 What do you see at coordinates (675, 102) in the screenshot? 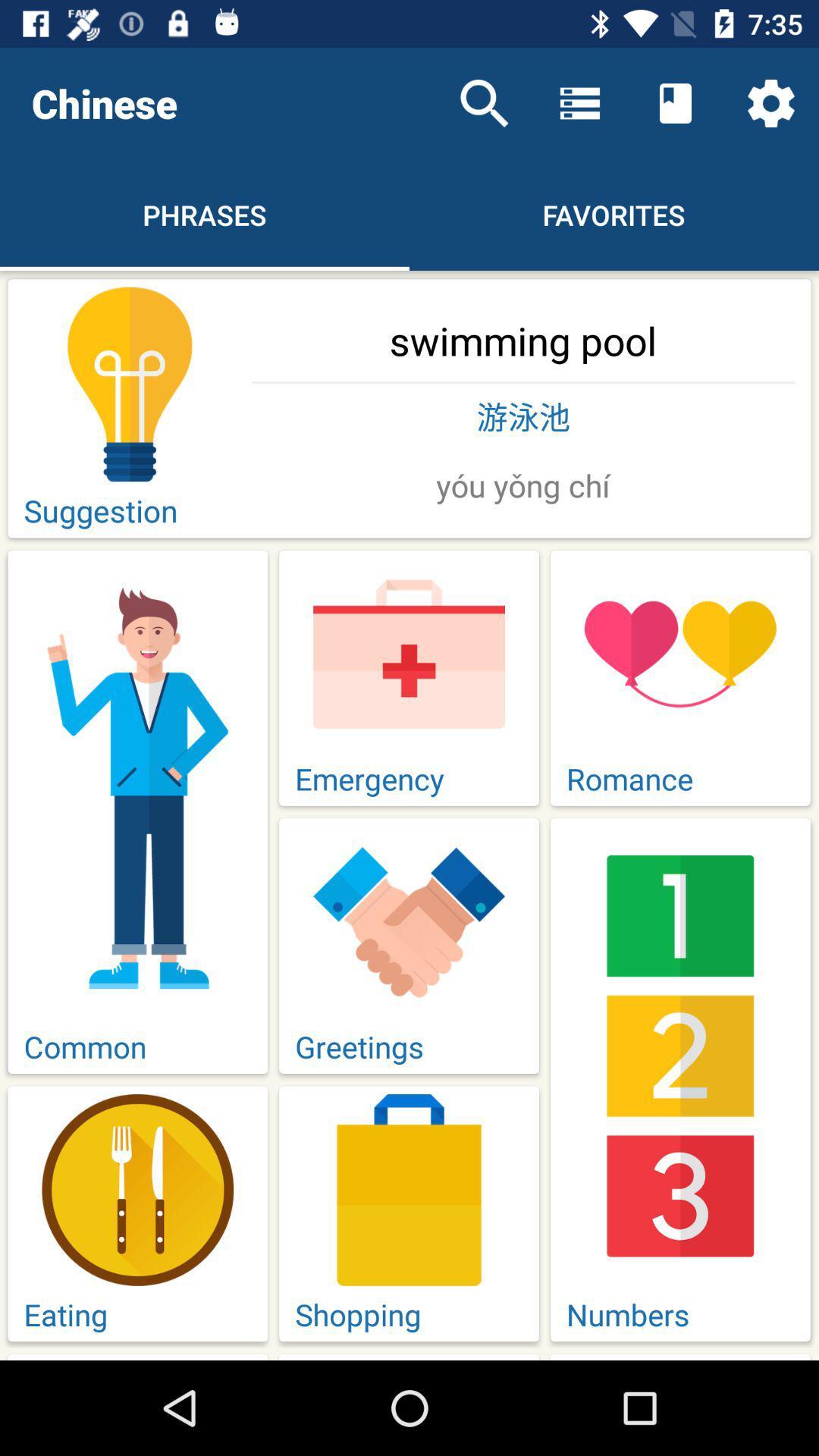
I see `the icon above the favorites item` at bounding box center [675, 102].